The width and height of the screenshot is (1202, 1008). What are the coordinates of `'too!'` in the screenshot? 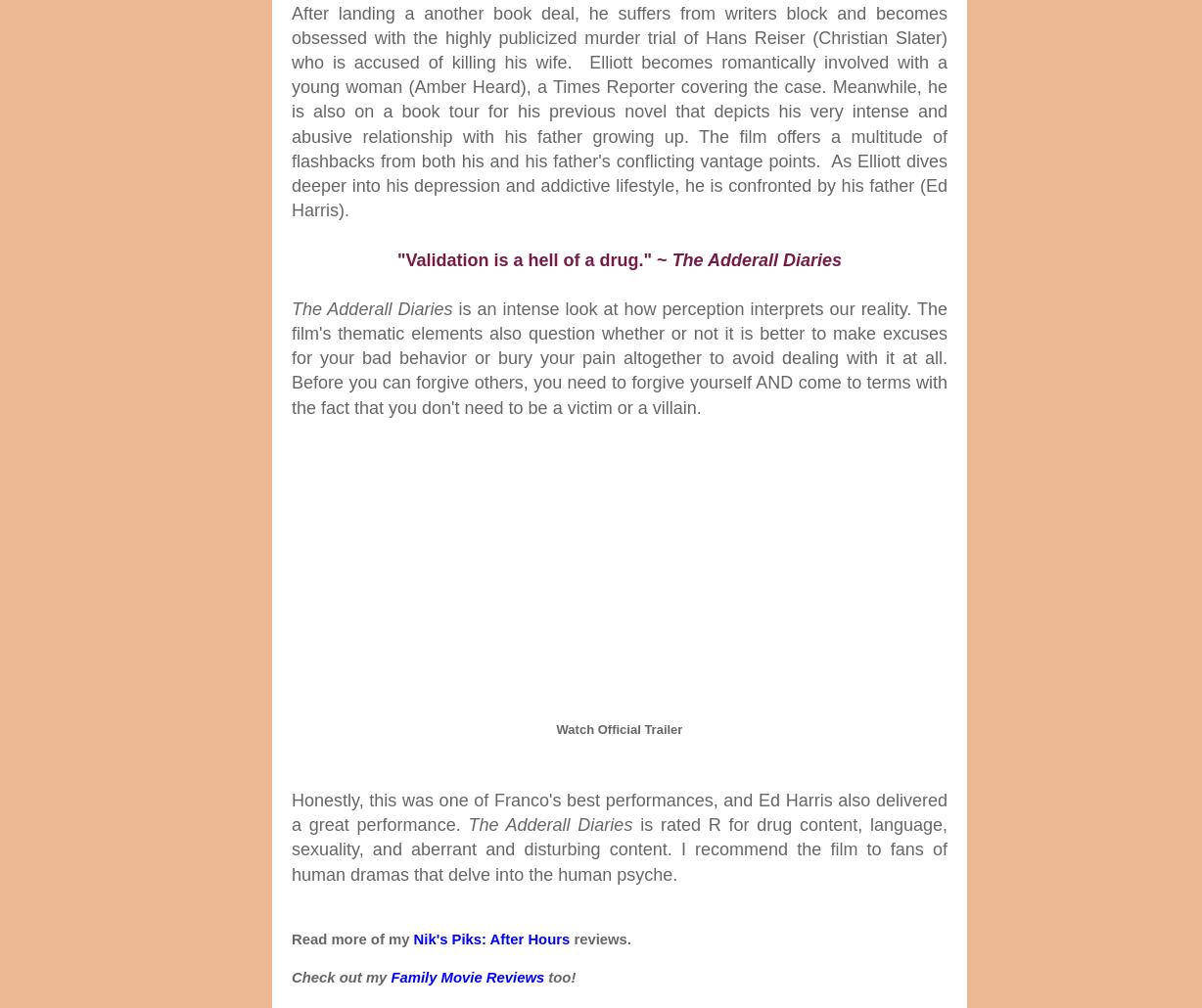 It's located at (543, 976).